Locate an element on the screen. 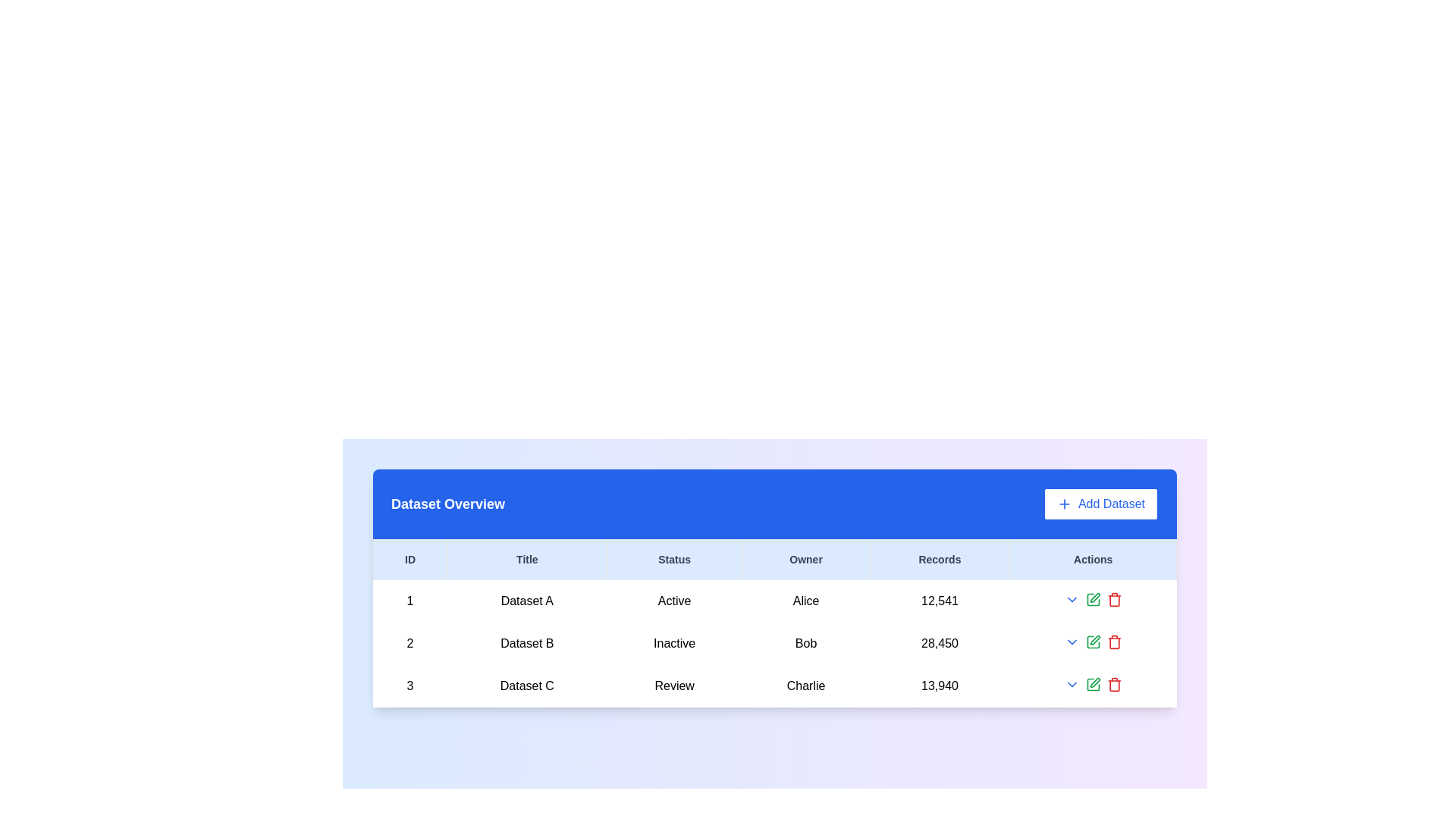 The image size is (1456, 819). the table cell indicating the status ('Active') in the third column of the first row in the 'Dataset Overview' table is located at coordinates (673, 601).